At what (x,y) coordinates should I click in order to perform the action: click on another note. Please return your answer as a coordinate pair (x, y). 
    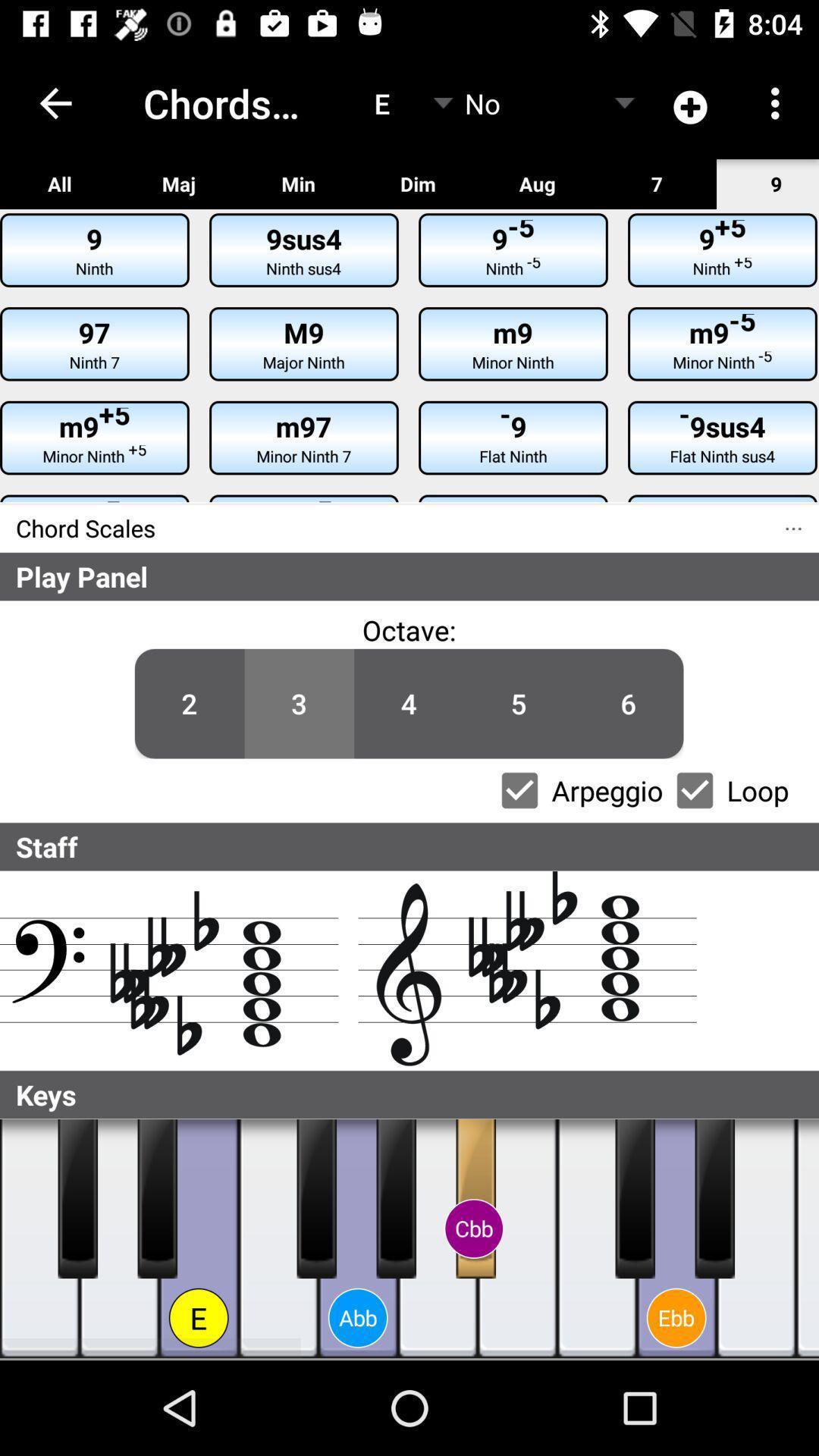
    Looking at the image, I should click on (806, 1238).